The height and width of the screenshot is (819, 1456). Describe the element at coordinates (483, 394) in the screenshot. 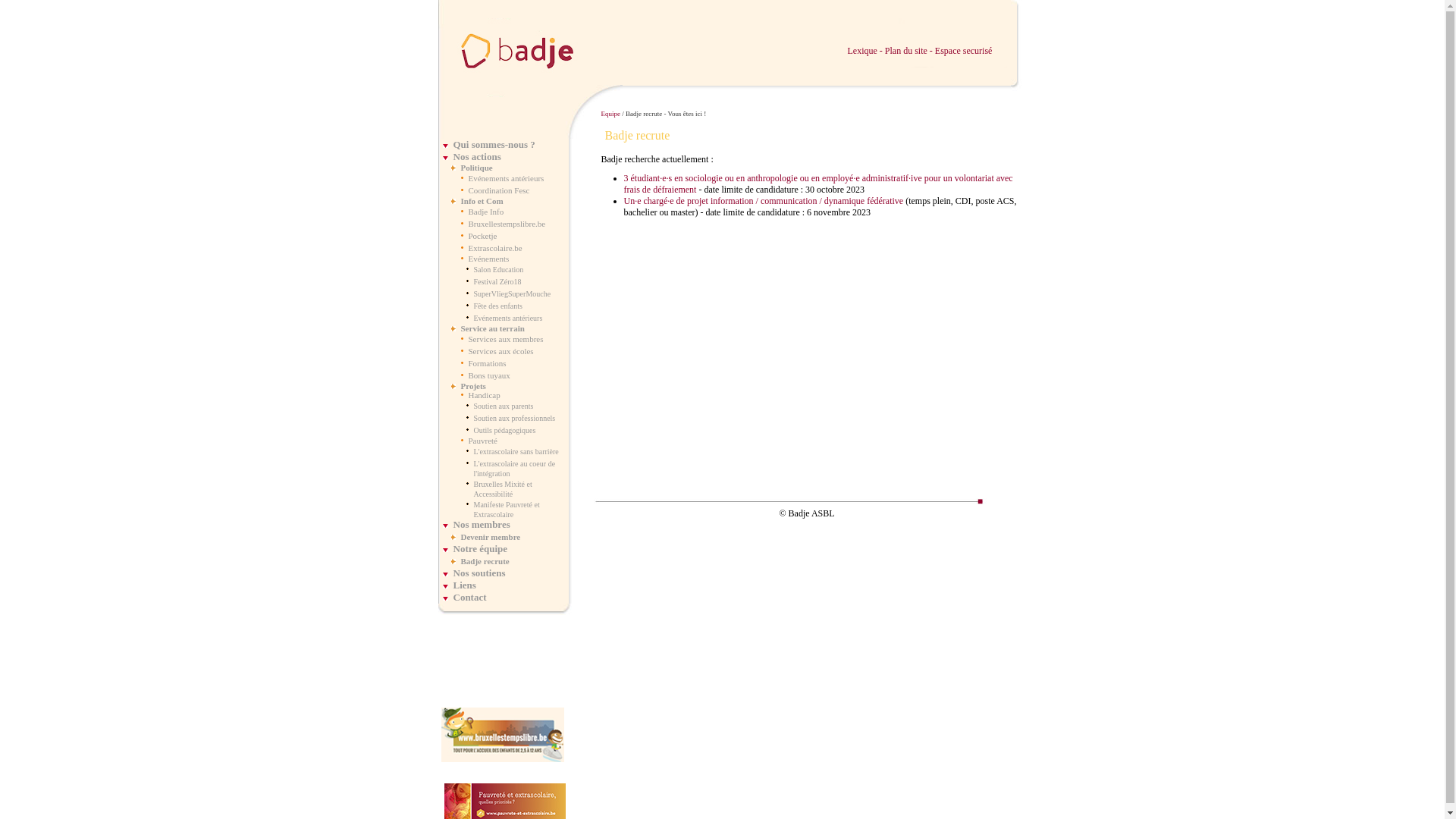

I see `'Handicap'` at that location.